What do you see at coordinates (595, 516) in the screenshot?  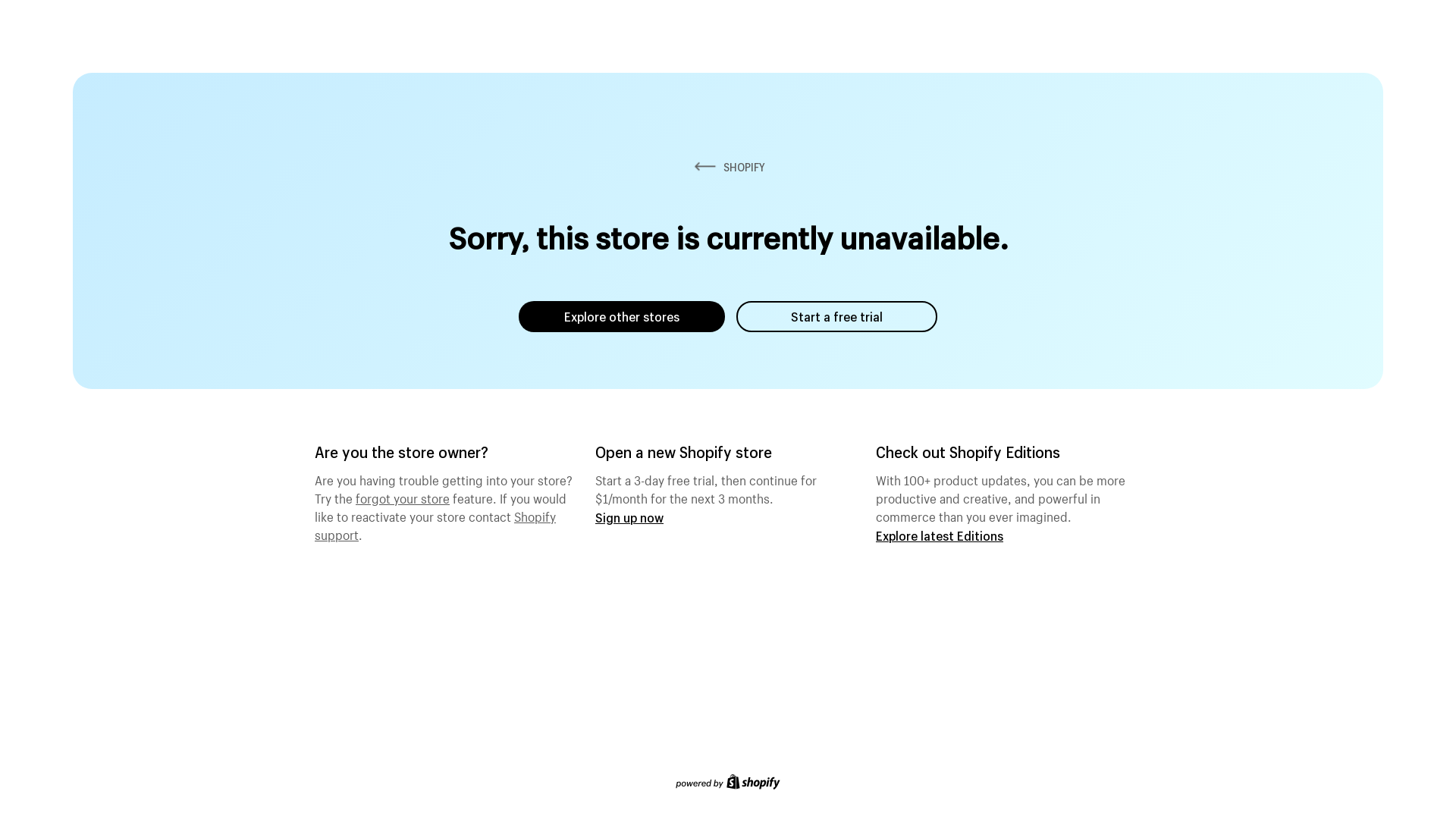 I see `'Sign up now'` at bounding box center [595, 516].